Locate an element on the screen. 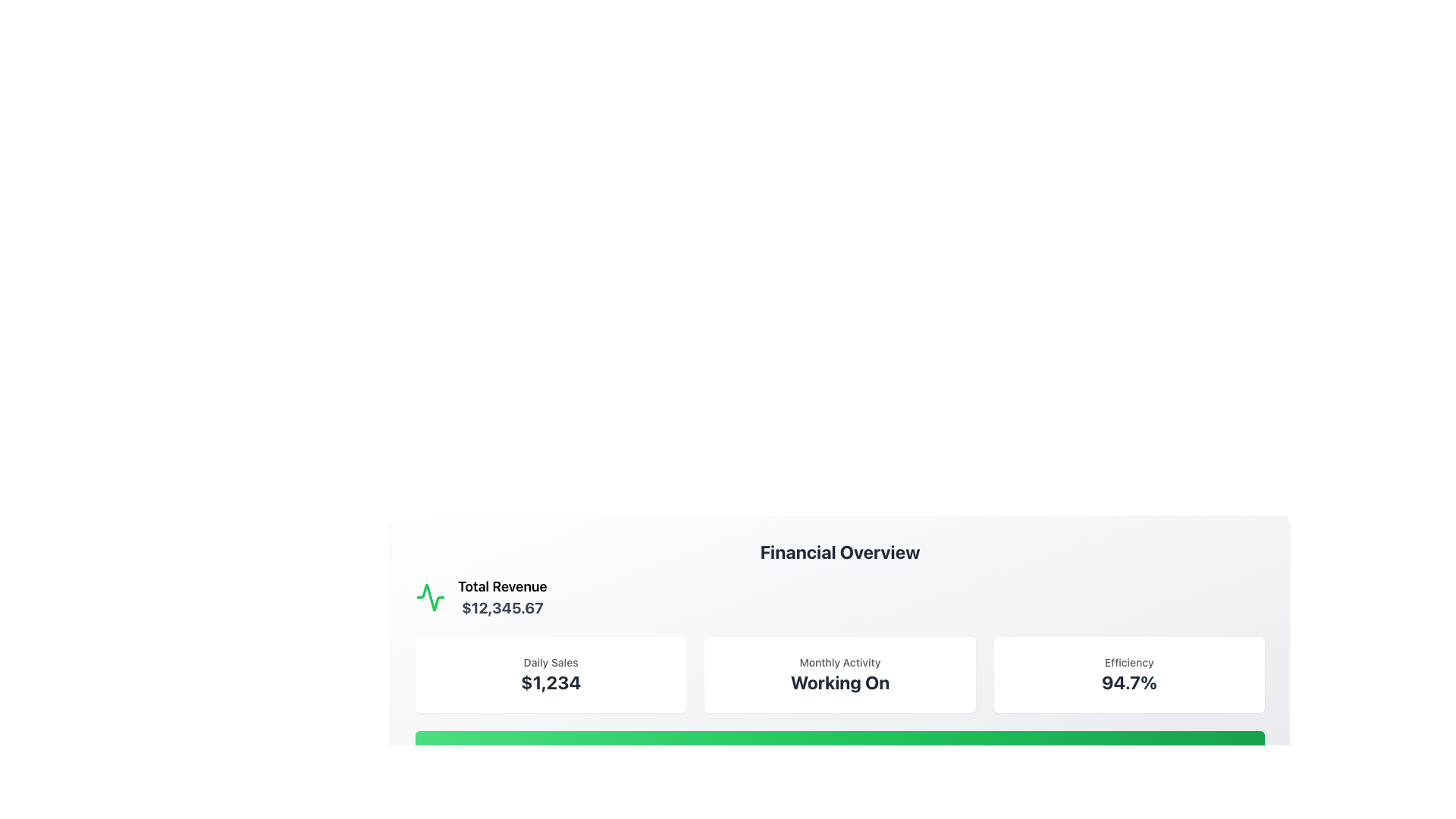 The image size is (1456, 819). the text label indicating 'Efficiency' at the top of the card in the 'Financial Overview' section is located at coordinates (1129, 662).